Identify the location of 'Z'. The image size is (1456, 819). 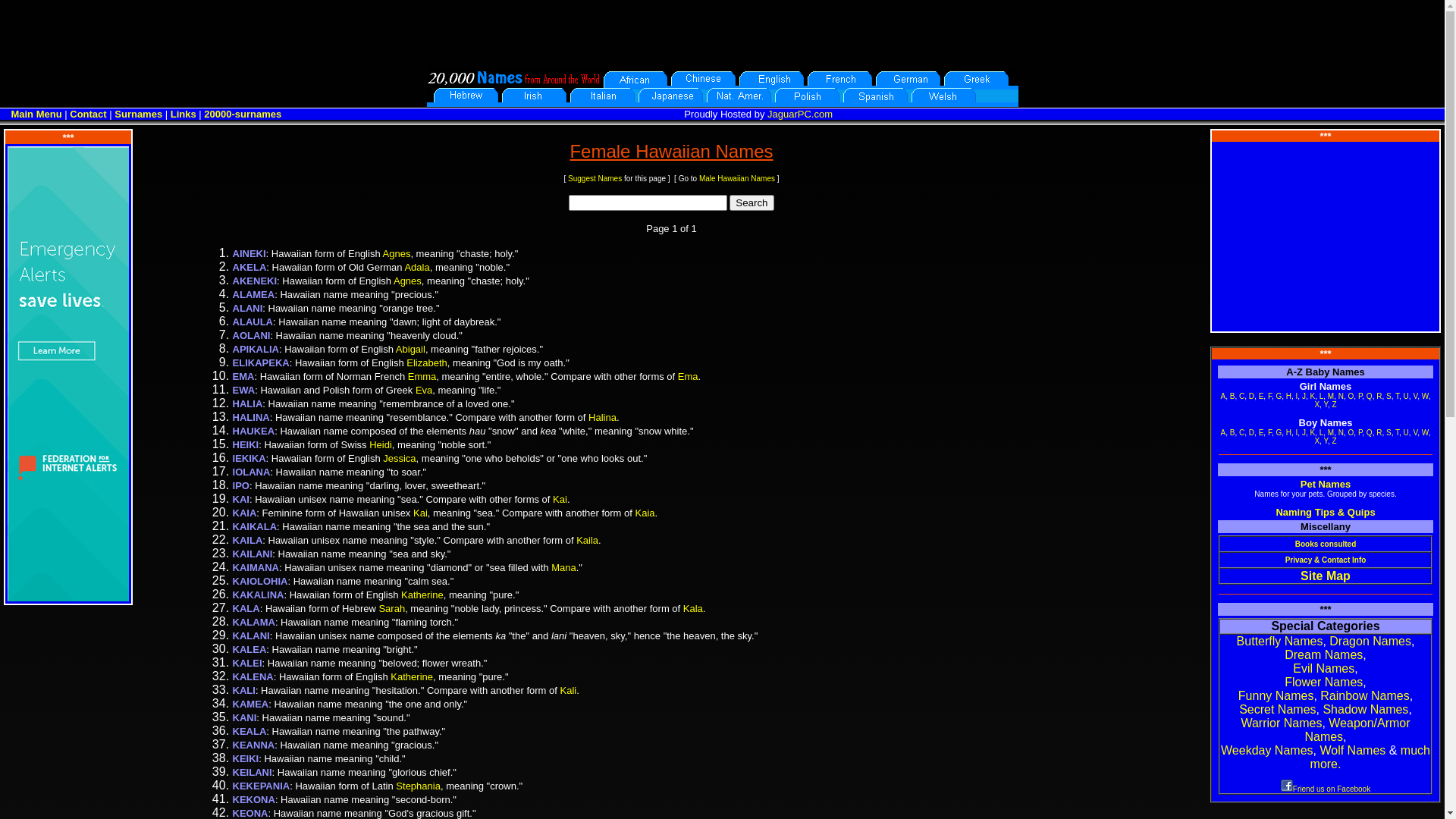
(1332, 441).